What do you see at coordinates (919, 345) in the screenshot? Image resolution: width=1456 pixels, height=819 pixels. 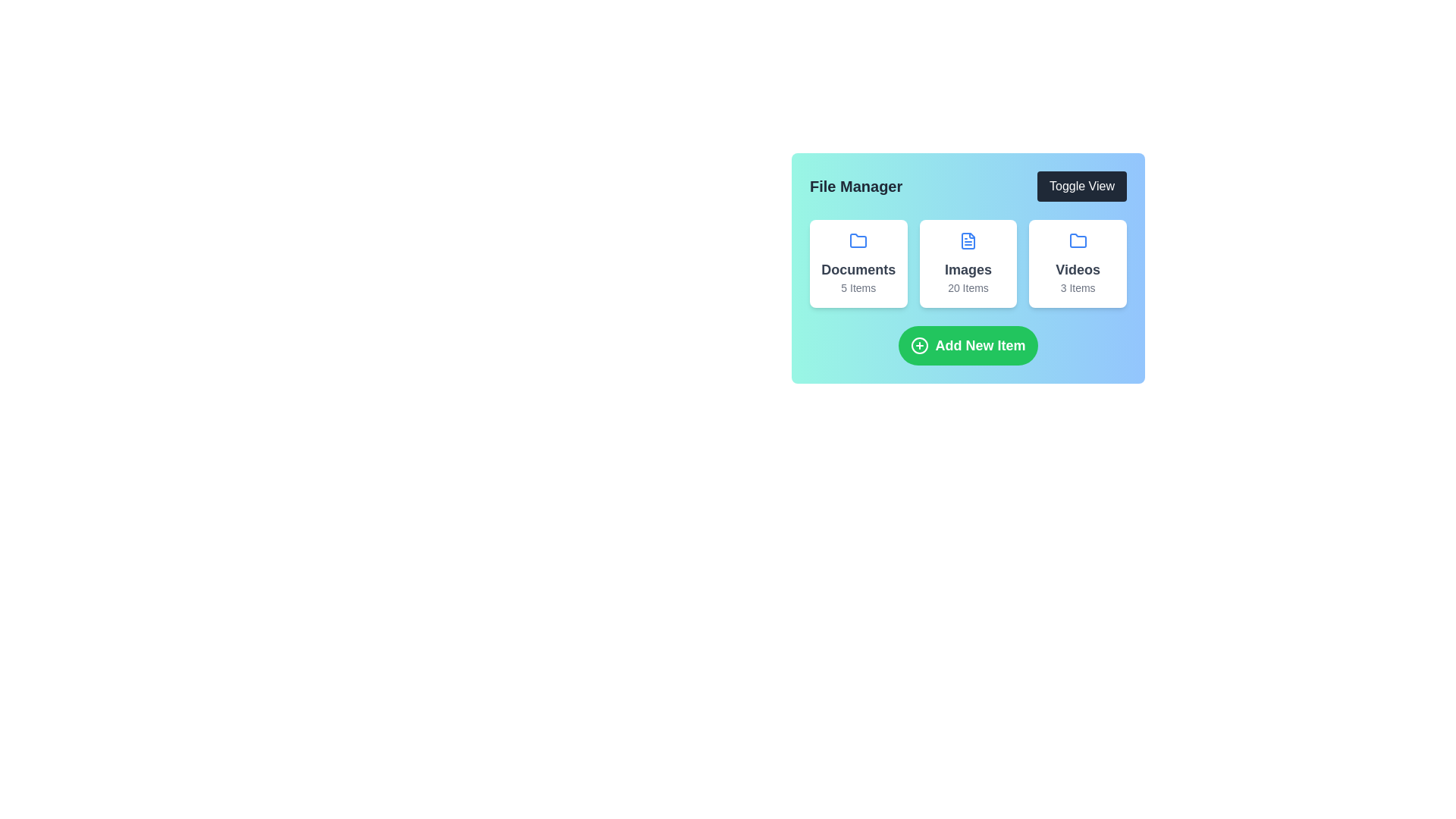 I see `the SVG circle element that is part of the 'Add New Item' button, which indicates its decorative and functional purpose as an icon for adding new items` at bounding box center [919, 345].